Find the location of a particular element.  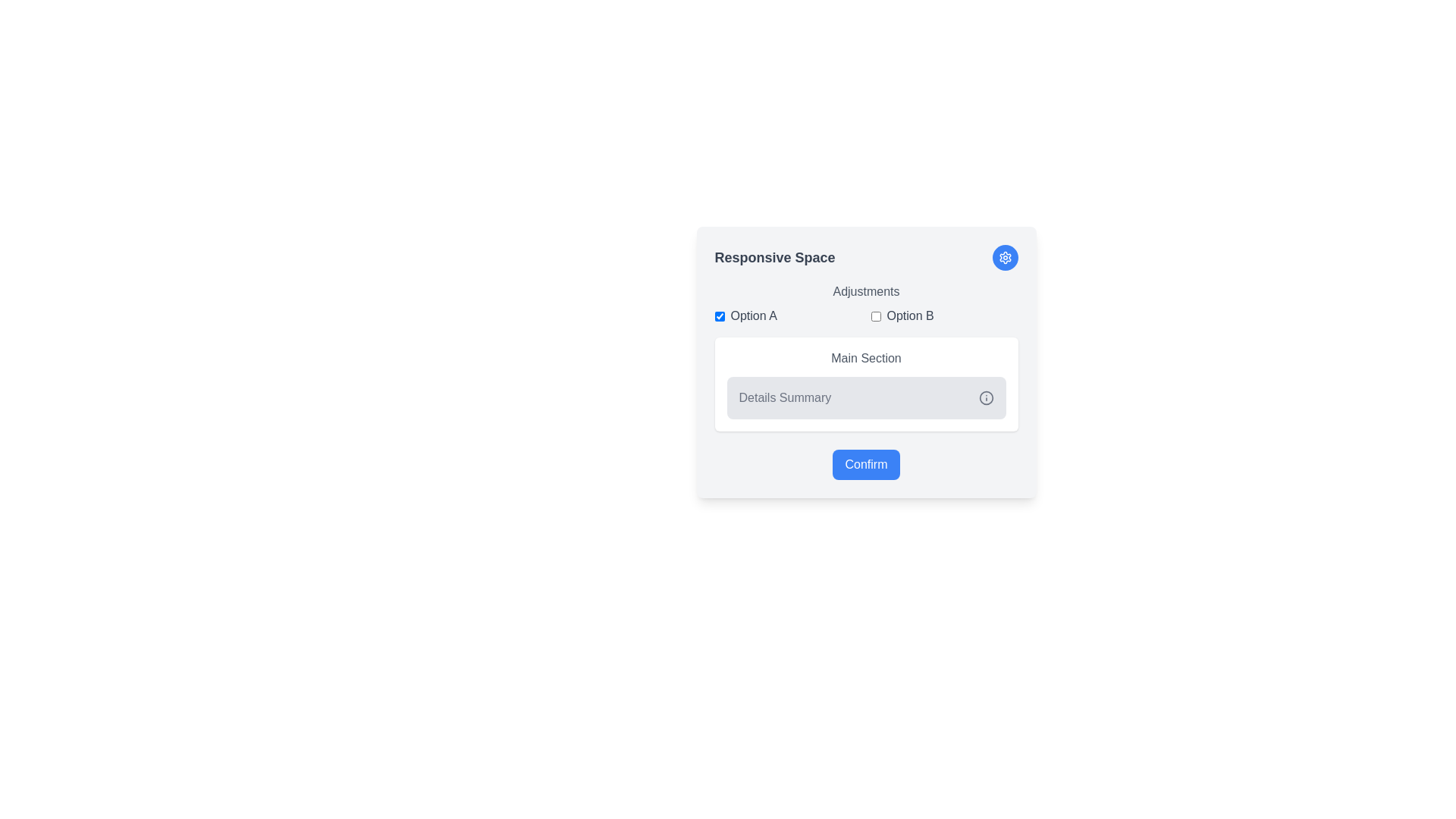

the header text label located at the top-left section of the card-style panel, which describes the section's purpose is located at coordinates (775, 256).